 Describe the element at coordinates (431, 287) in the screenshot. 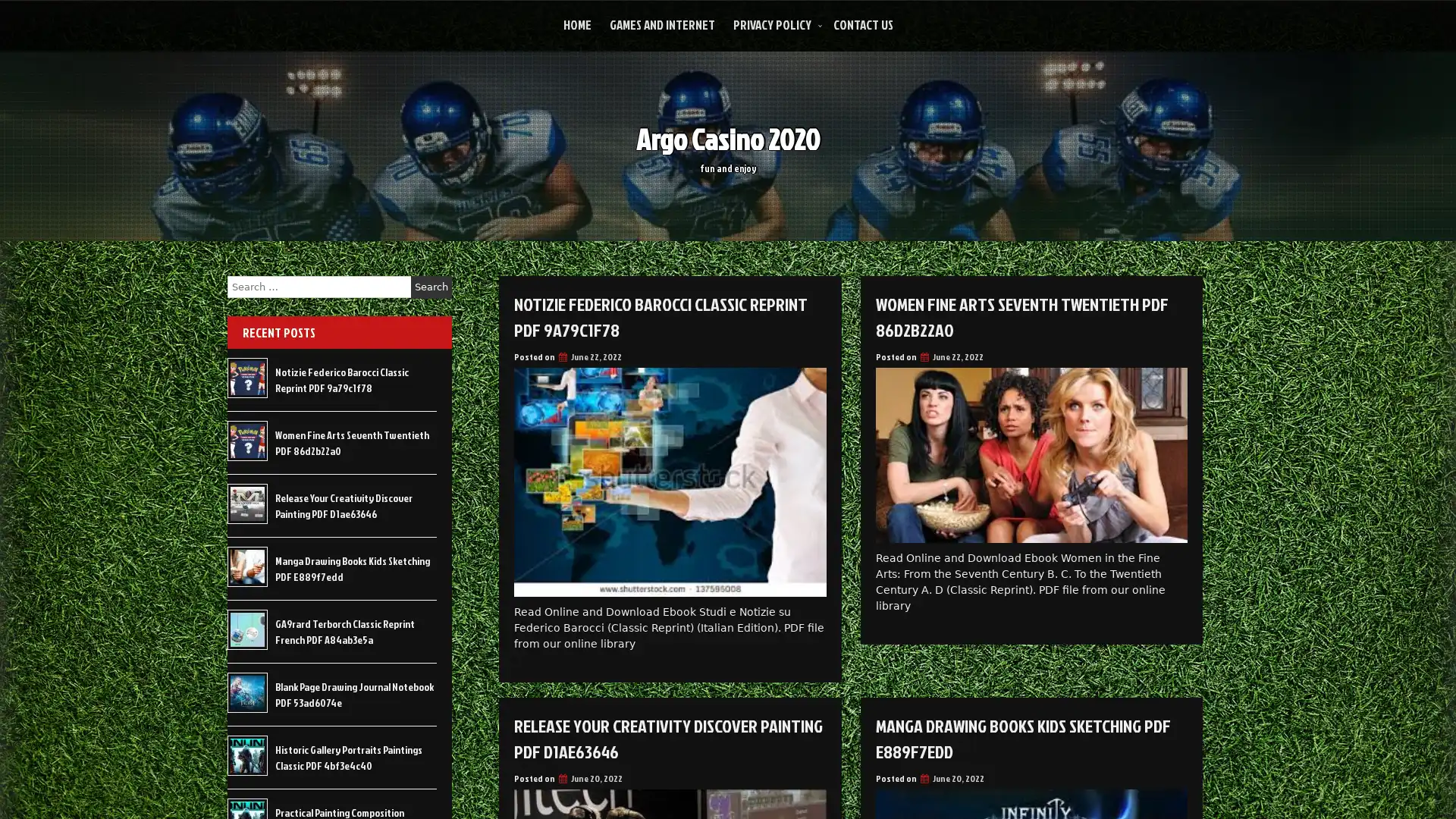

I see `Search` at that location.